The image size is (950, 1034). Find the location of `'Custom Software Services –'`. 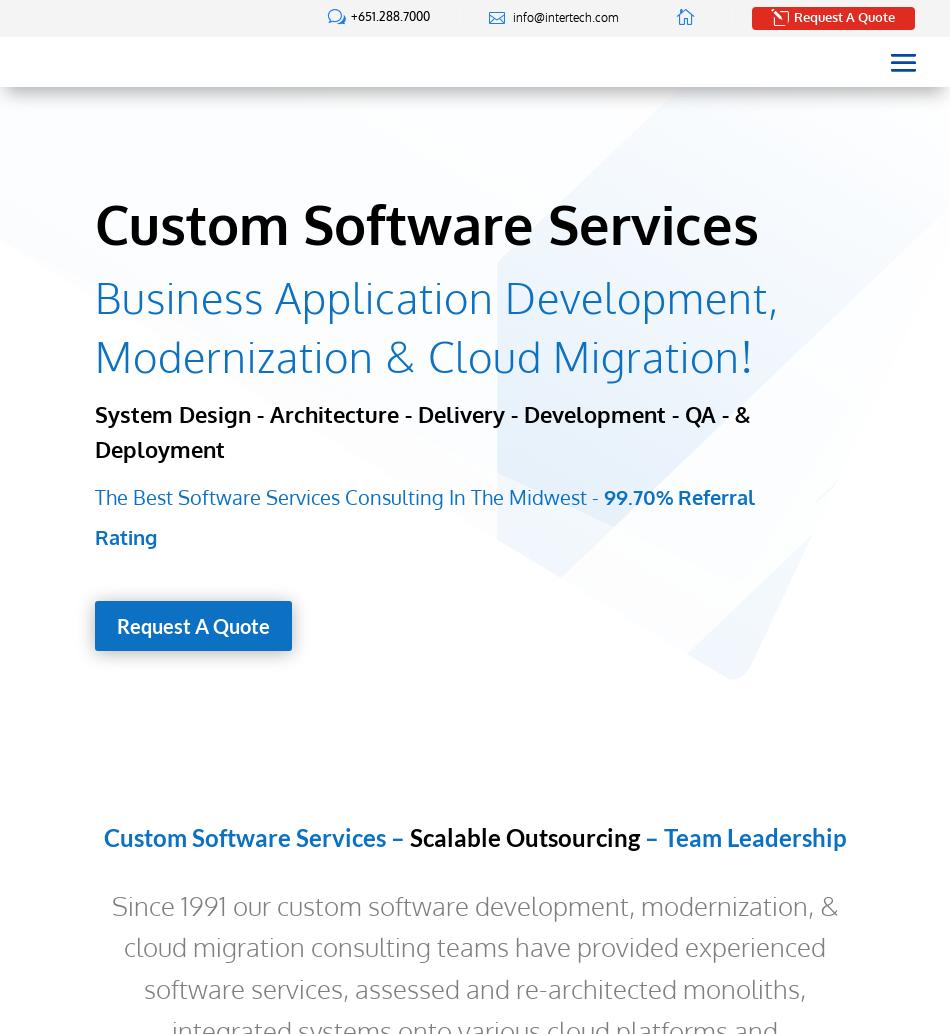

'Custom Software Services –' is located at coordinates (255, 836).